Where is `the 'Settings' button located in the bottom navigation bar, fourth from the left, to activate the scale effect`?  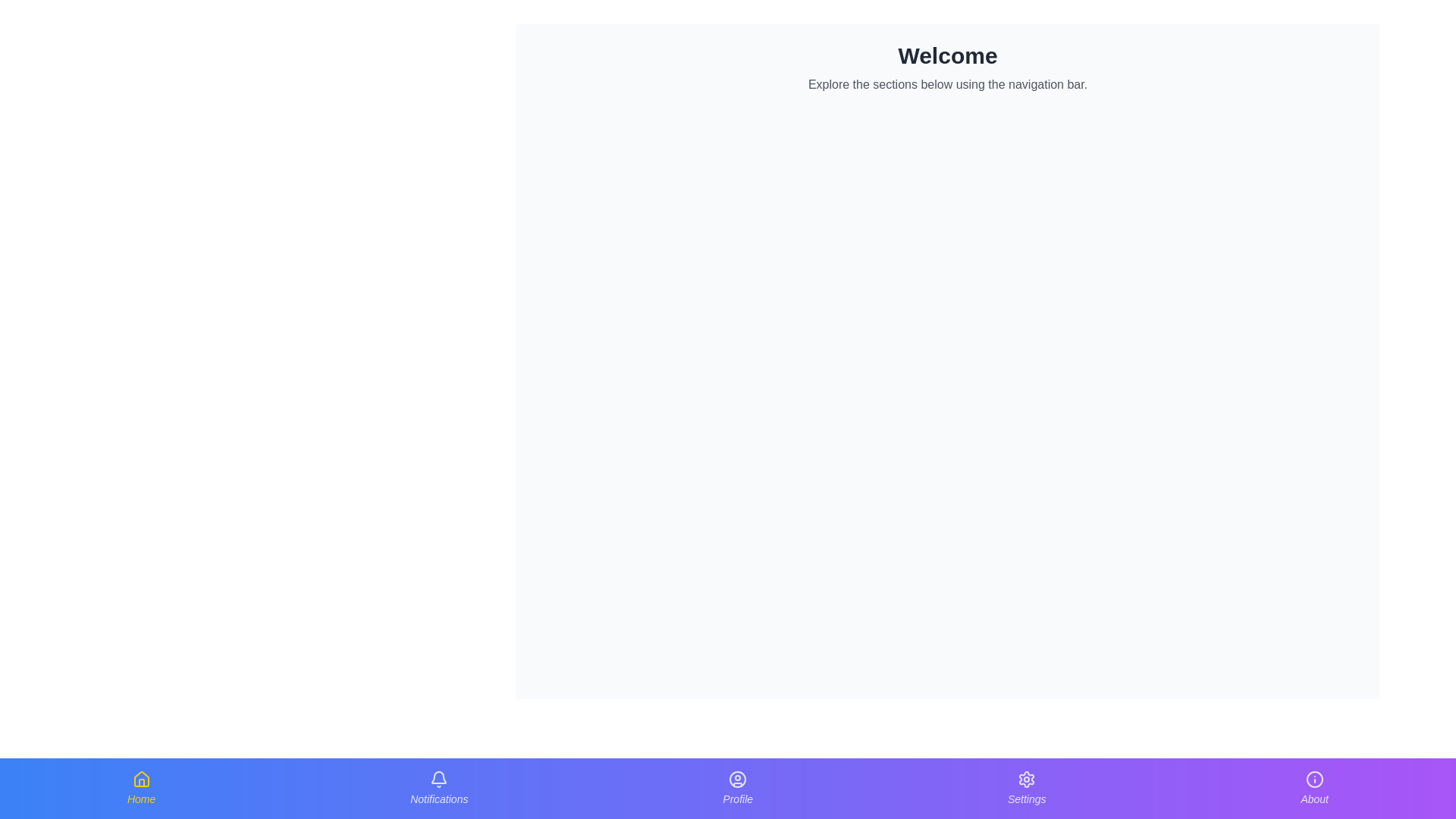
the 'Settings' button located in the bottom navigation bar, fourth from the left, to activate the scale effect is located at coordinates (1027, 788).